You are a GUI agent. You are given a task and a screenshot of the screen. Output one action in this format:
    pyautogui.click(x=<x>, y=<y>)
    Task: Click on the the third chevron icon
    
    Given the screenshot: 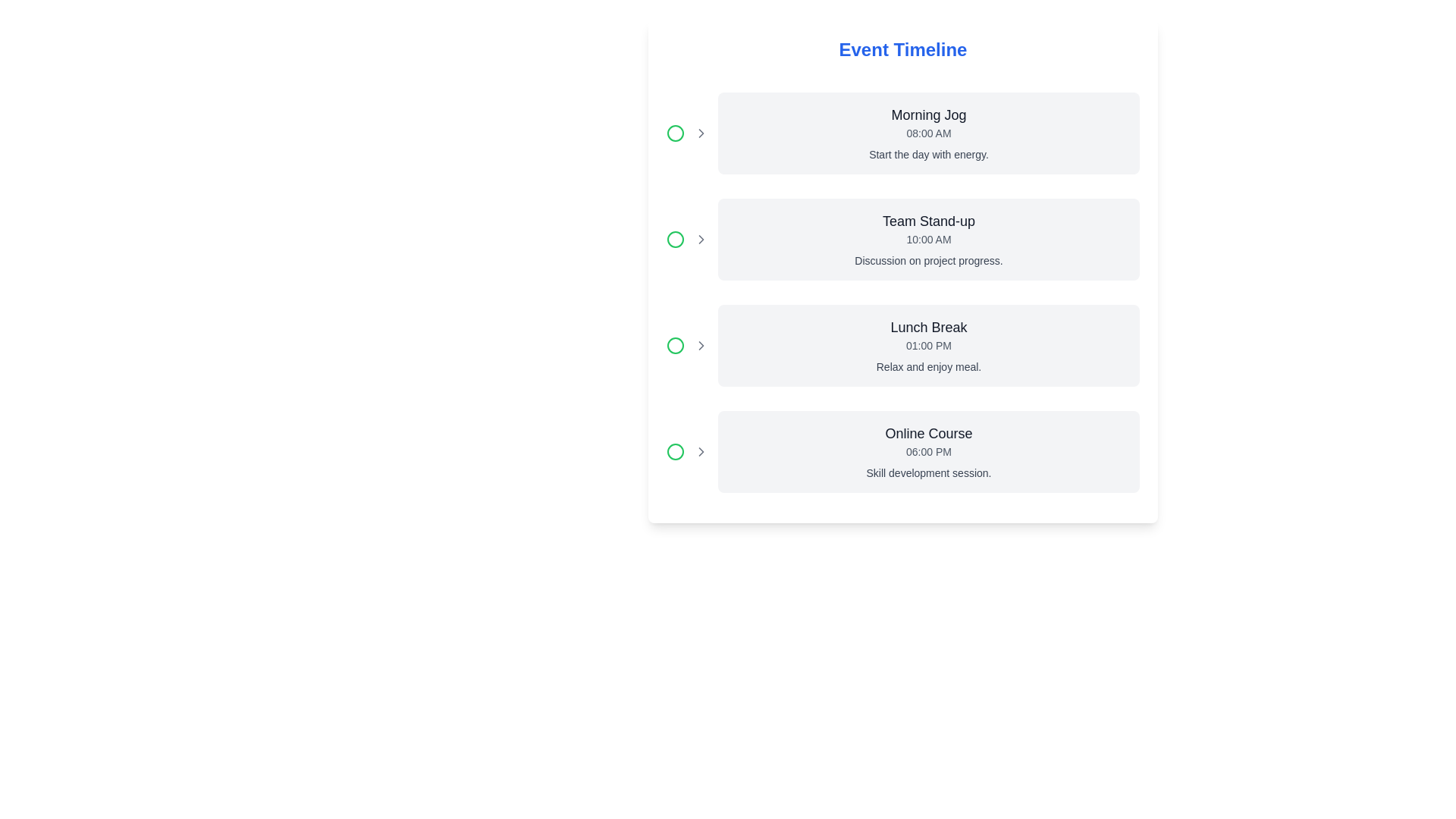 What is the action you would take?
    pyautogui.click(x=701, y=345)
    